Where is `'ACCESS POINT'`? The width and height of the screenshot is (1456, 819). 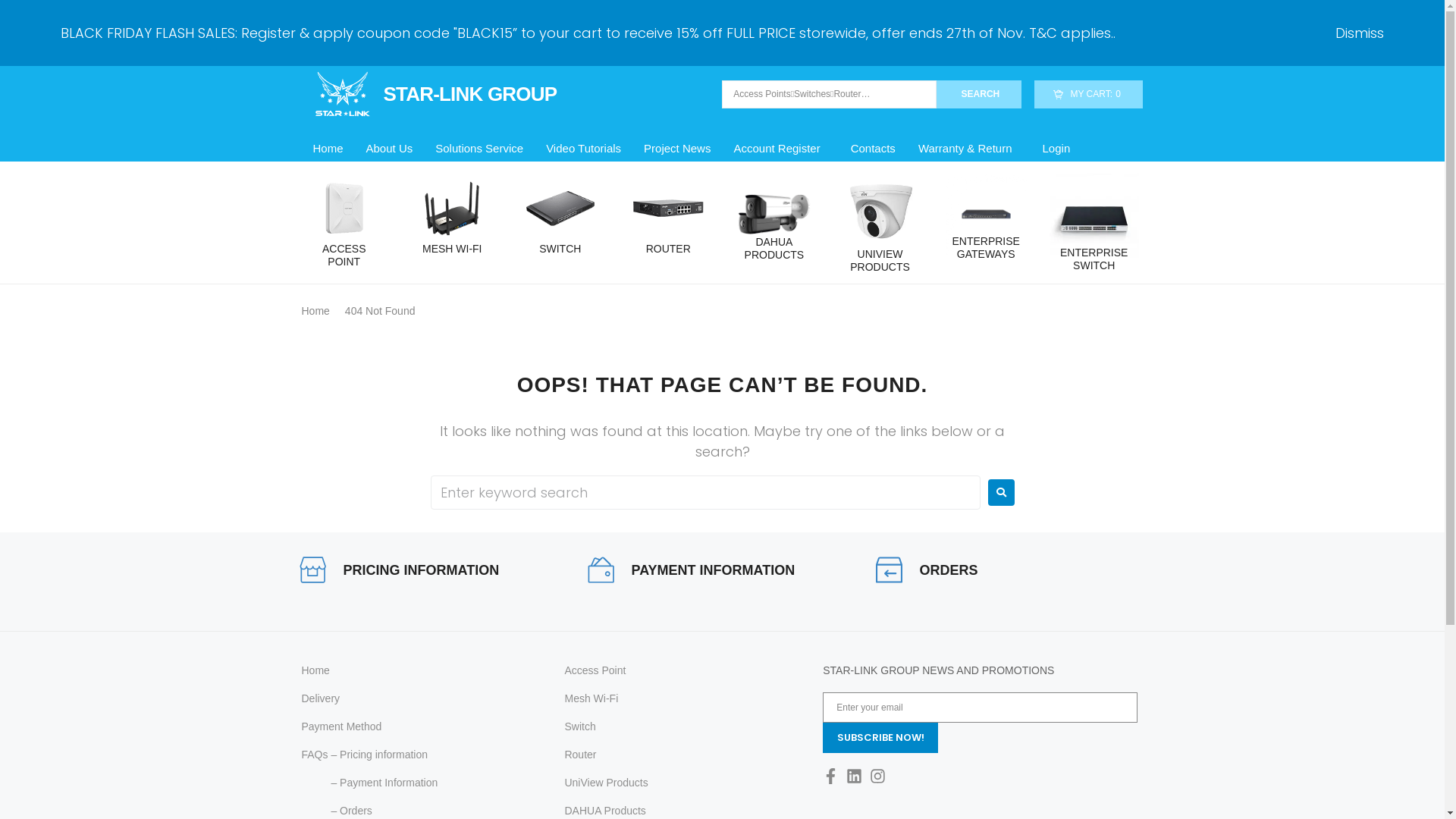
'ACCESS POINT' is located at coordinates (344, 254).